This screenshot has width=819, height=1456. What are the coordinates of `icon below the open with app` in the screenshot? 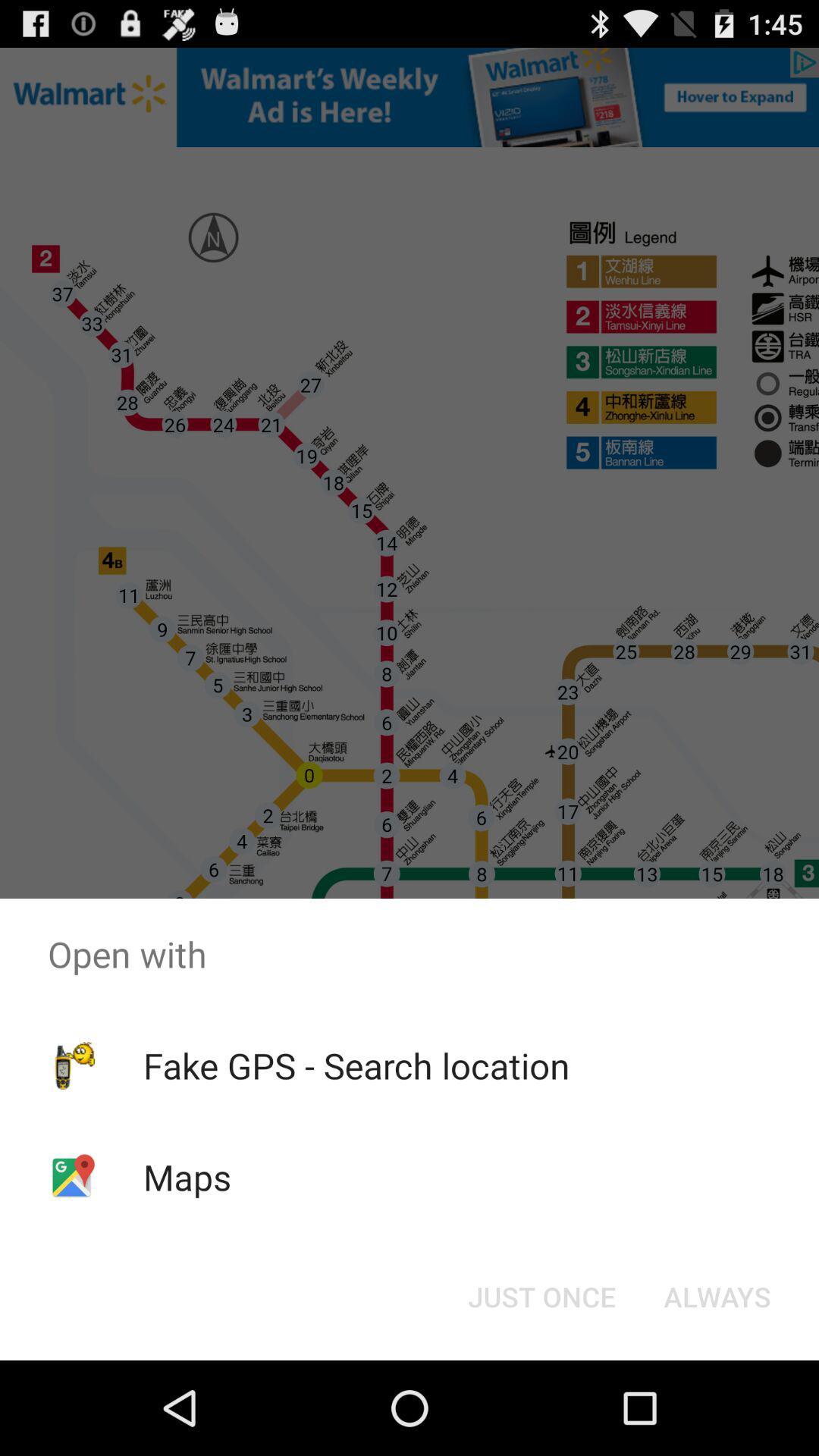 It's located at (356, 1065).